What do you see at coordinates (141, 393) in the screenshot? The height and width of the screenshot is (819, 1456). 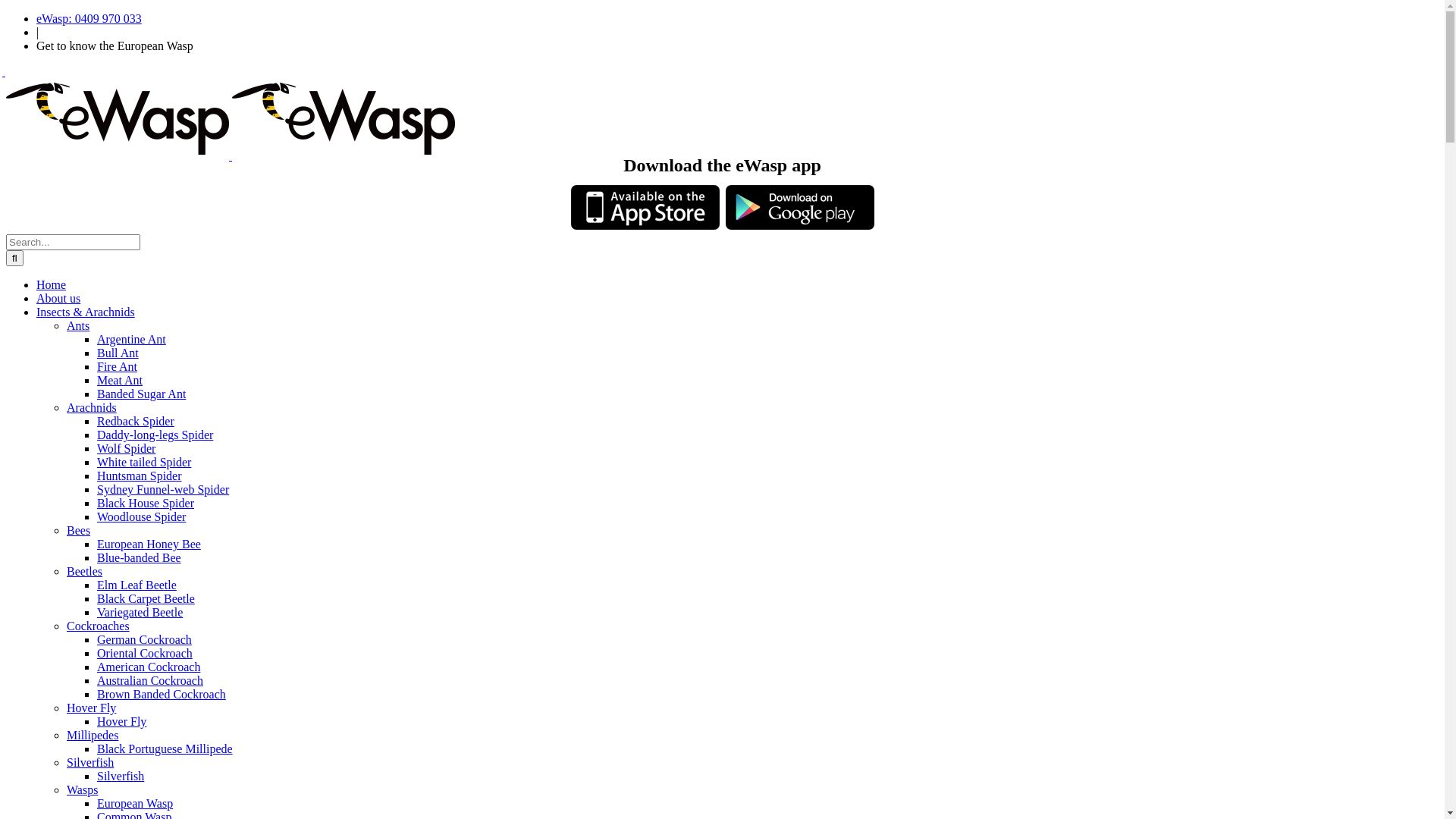 I see `'Banded Sugar Ant'` at bounding box center [141, 393].